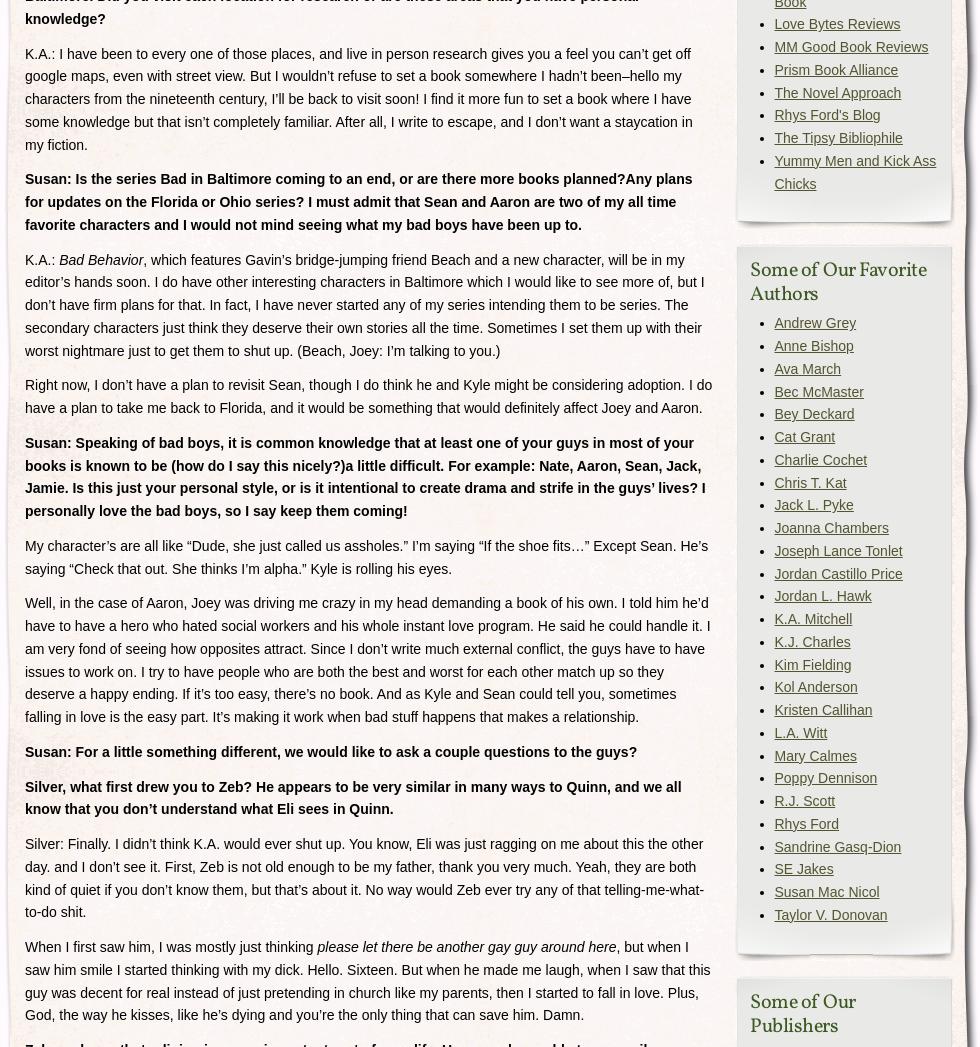  What do you see at coordinates (804, 437) in the screenshot?
I see `'Cat Grant'` at bounding box center [804, 437].